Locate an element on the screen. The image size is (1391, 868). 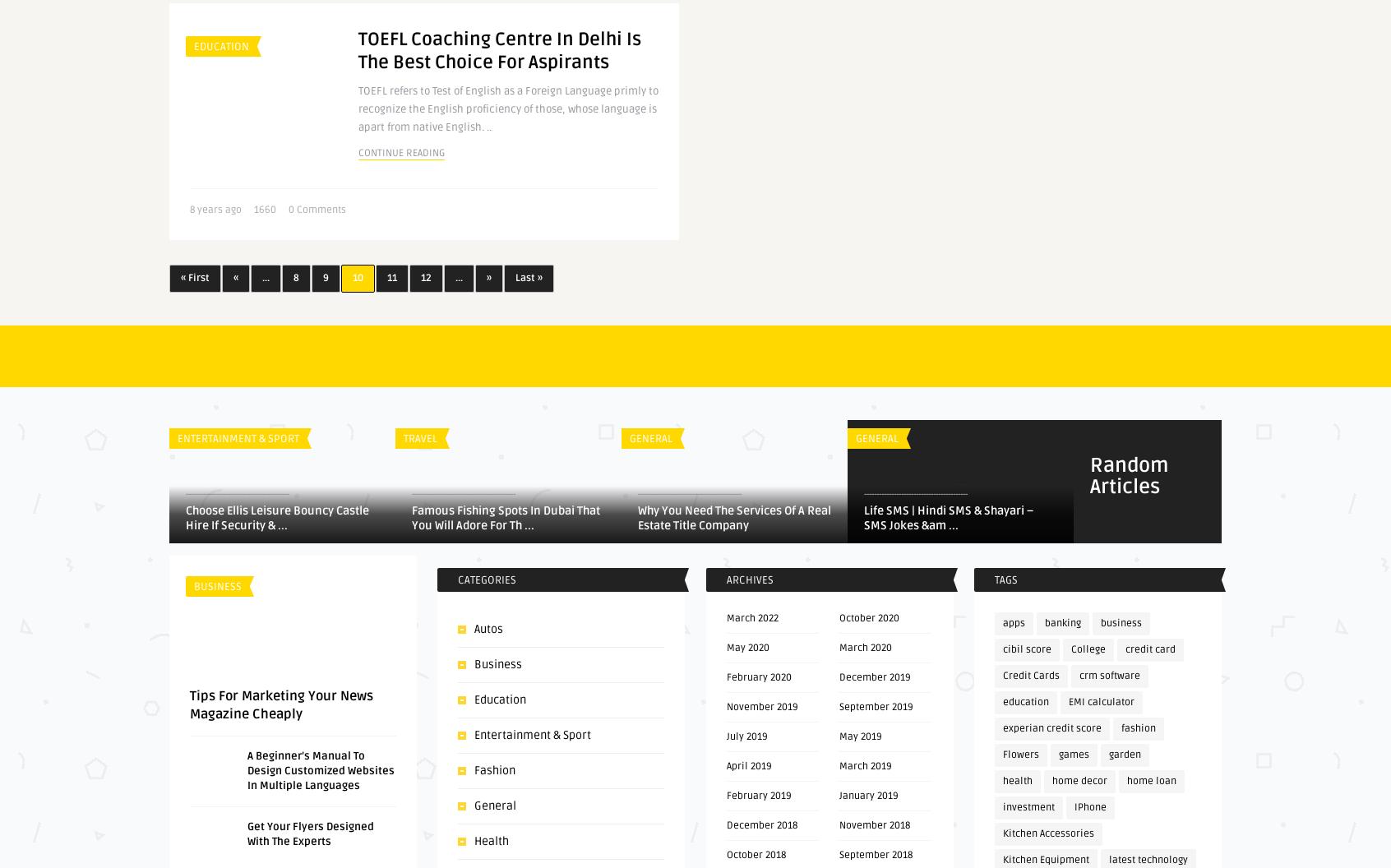
'Tags' is located at coordinates (1005, 580).